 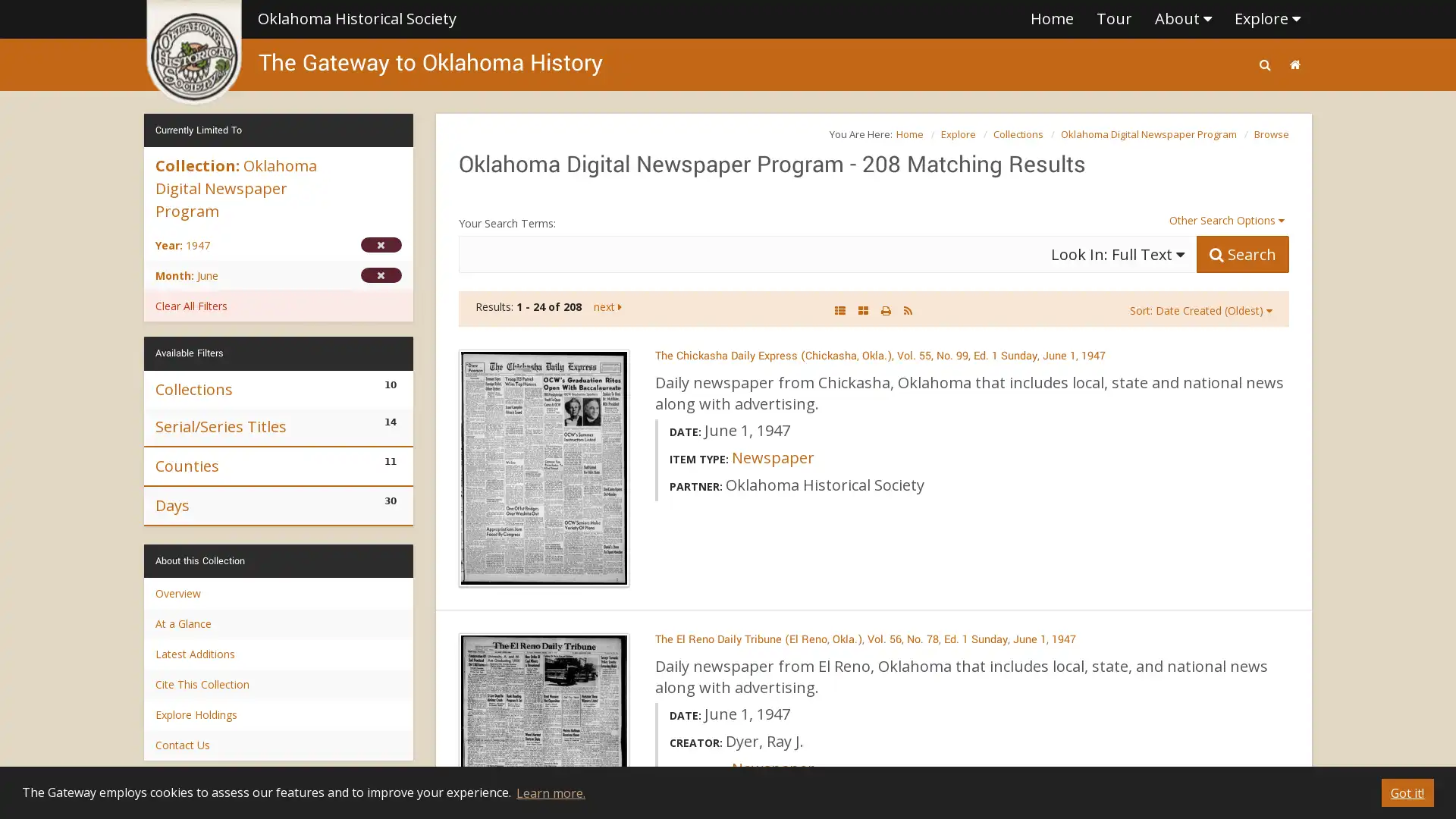 What do you see at coordinates (549, 792) in the screenshot?
I see `learn more about cookies` at bounding box center [549, 792].